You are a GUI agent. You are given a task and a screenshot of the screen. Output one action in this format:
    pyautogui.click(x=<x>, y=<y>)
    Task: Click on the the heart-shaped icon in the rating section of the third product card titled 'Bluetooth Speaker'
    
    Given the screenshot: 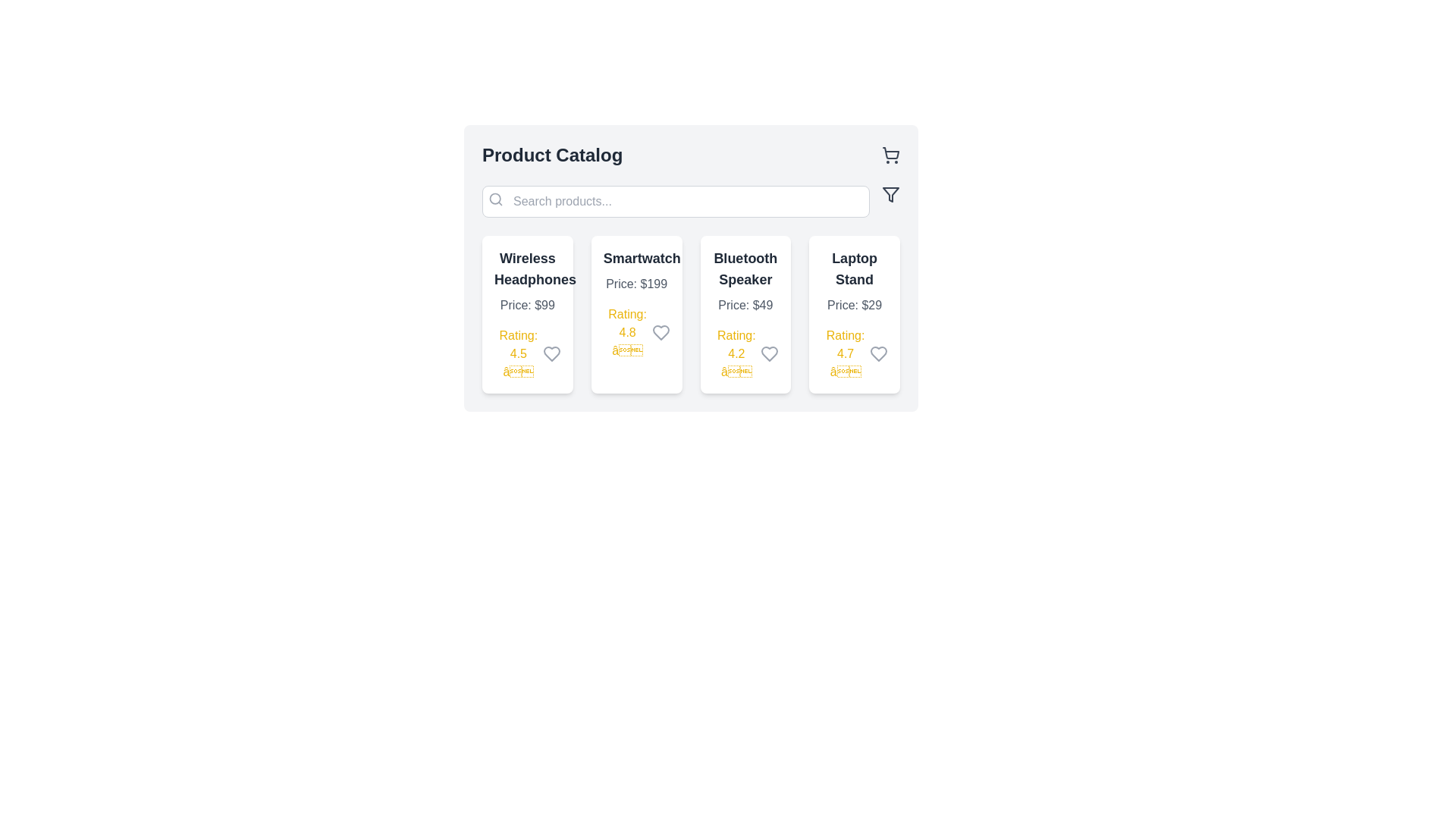 What is the action you would take?
    pyautogui.click(x=770, y=353)
    